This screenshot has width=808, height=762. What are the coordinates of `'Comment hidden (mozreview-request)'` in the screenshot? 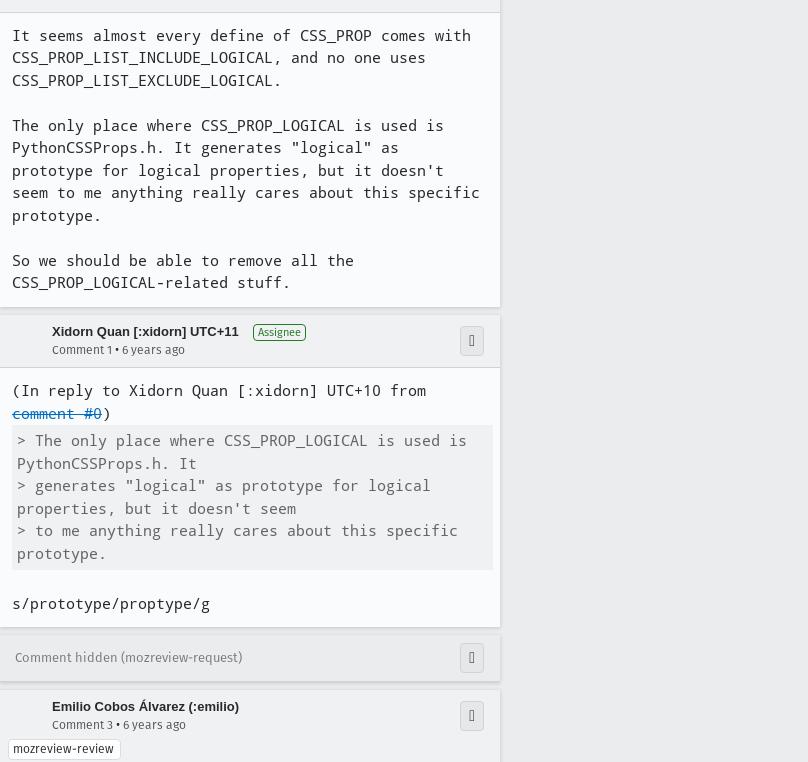 It's located at (127, 655).